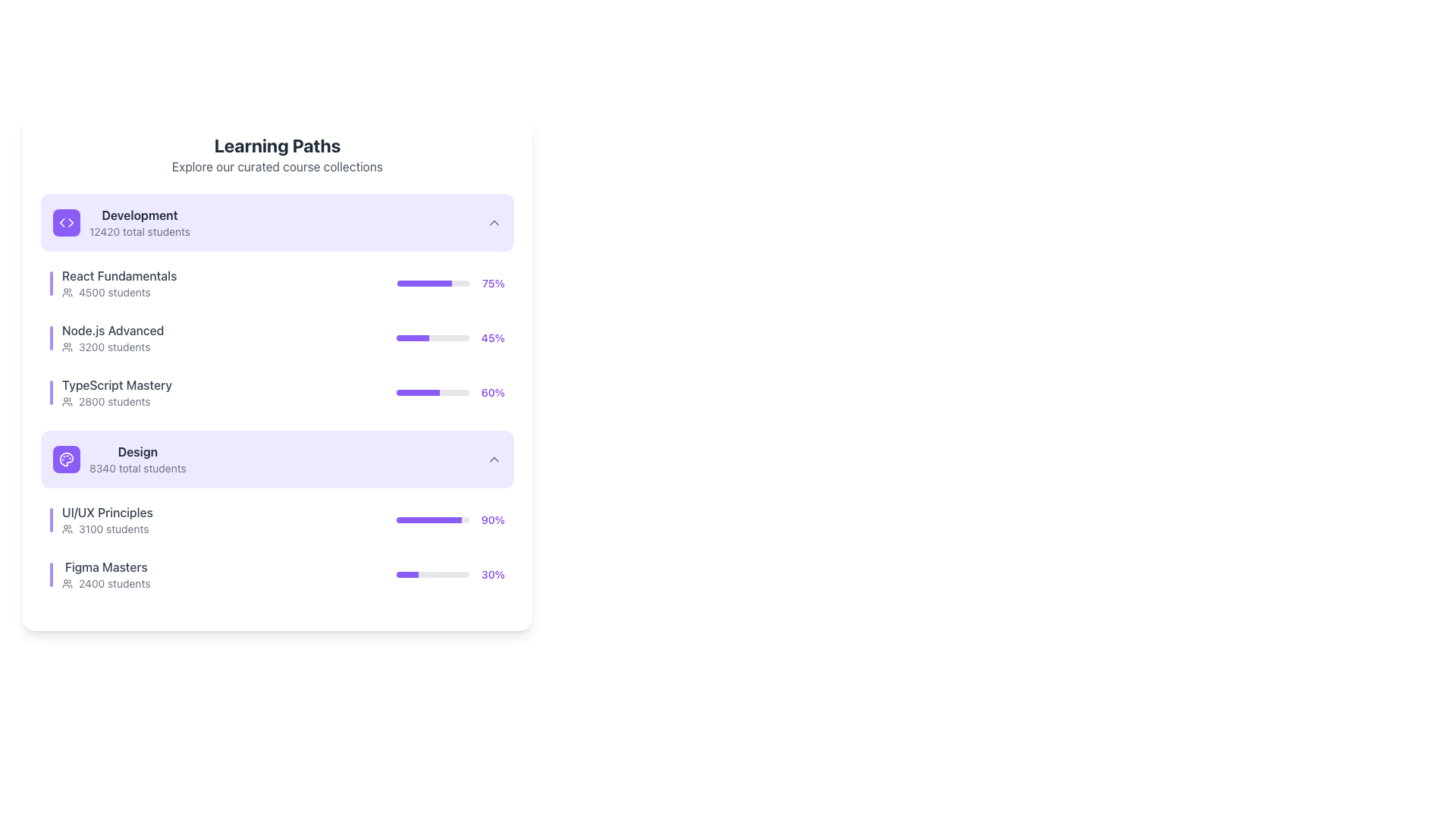  I want to click on the hyperlink titled 'Node.js Advanced' located in the 'Development' section of the 'Learning Paths' interface, so click(112, 329).